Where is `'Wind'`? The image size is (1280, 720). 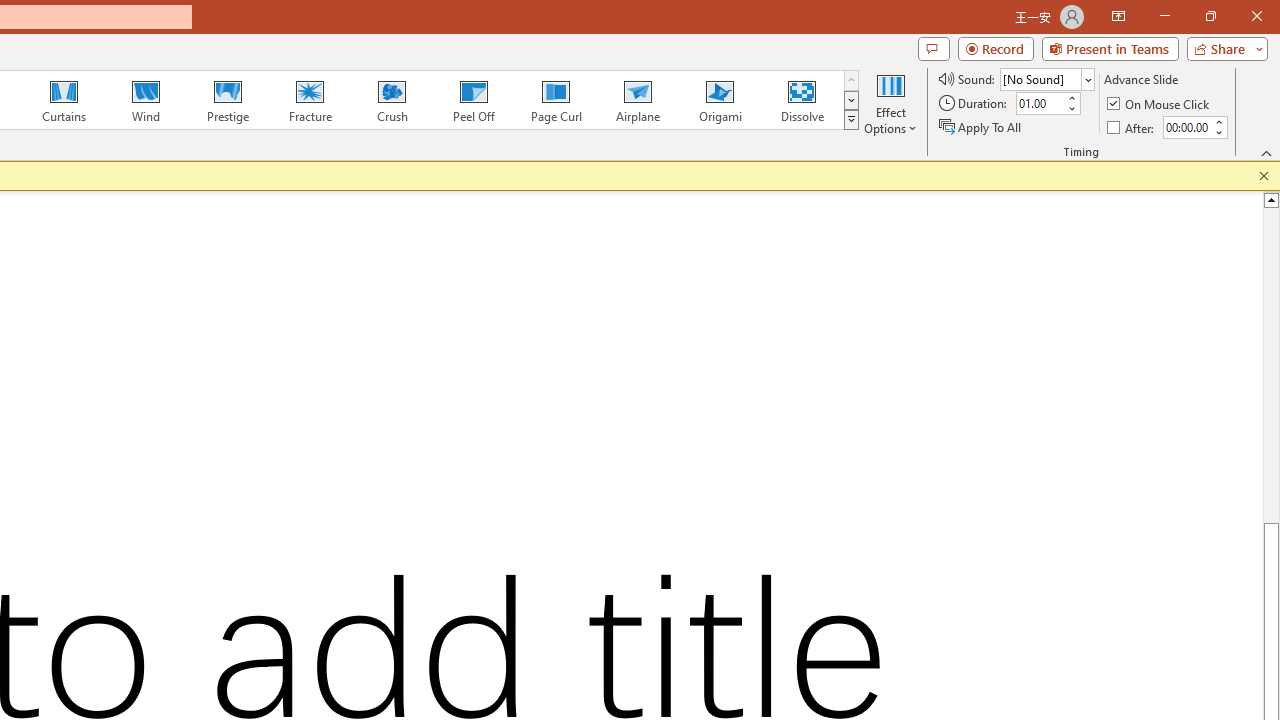
'Wind' is located at coordinates (144, 100).